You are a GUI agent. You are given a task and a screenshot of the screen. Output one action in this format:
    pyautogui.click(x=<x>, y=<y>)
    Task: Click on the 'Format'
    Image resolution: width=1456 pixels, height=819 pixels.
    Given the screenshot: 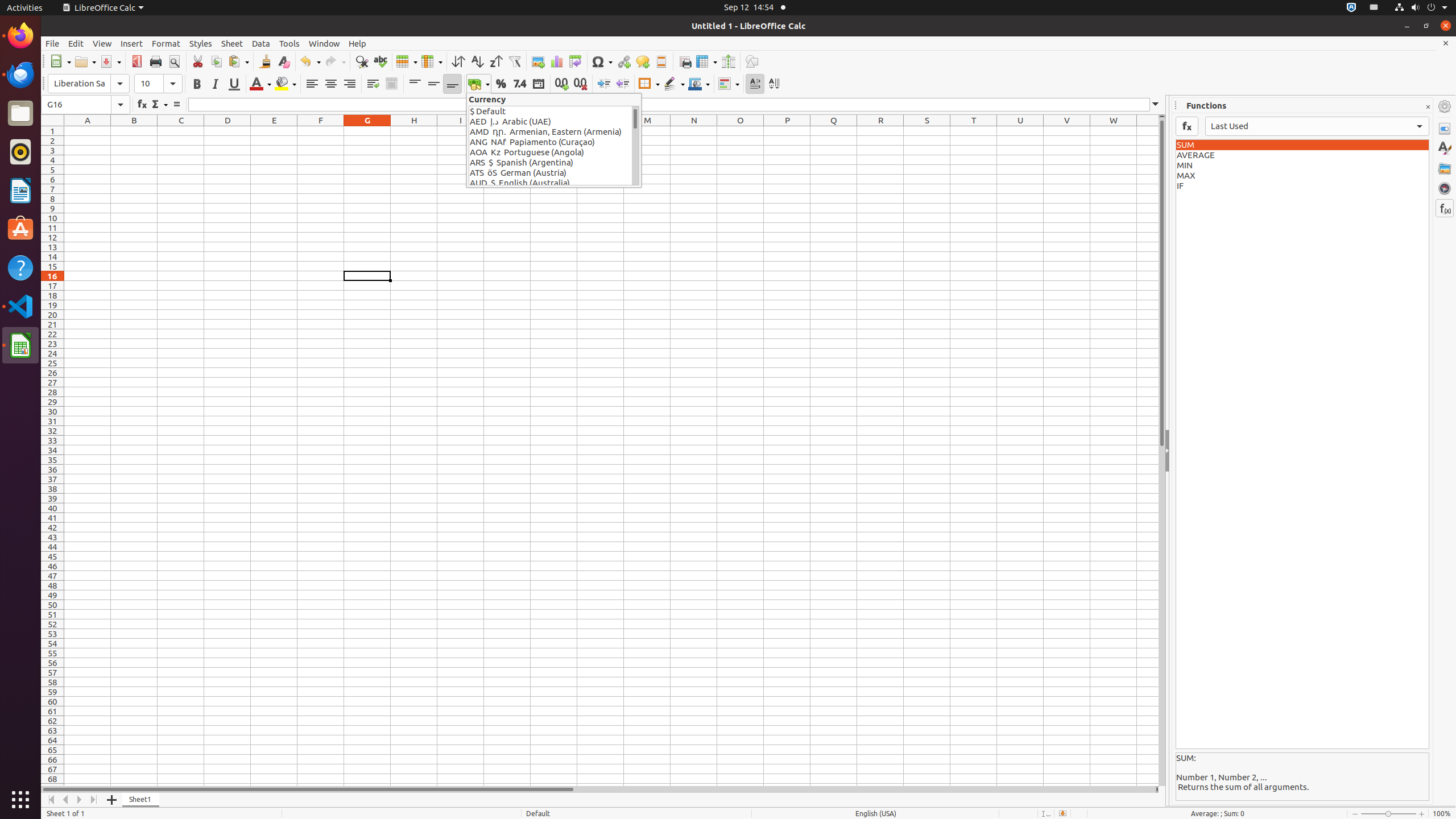 What is the action you would take?
    pyautogui.click(x=166, y=43)
    